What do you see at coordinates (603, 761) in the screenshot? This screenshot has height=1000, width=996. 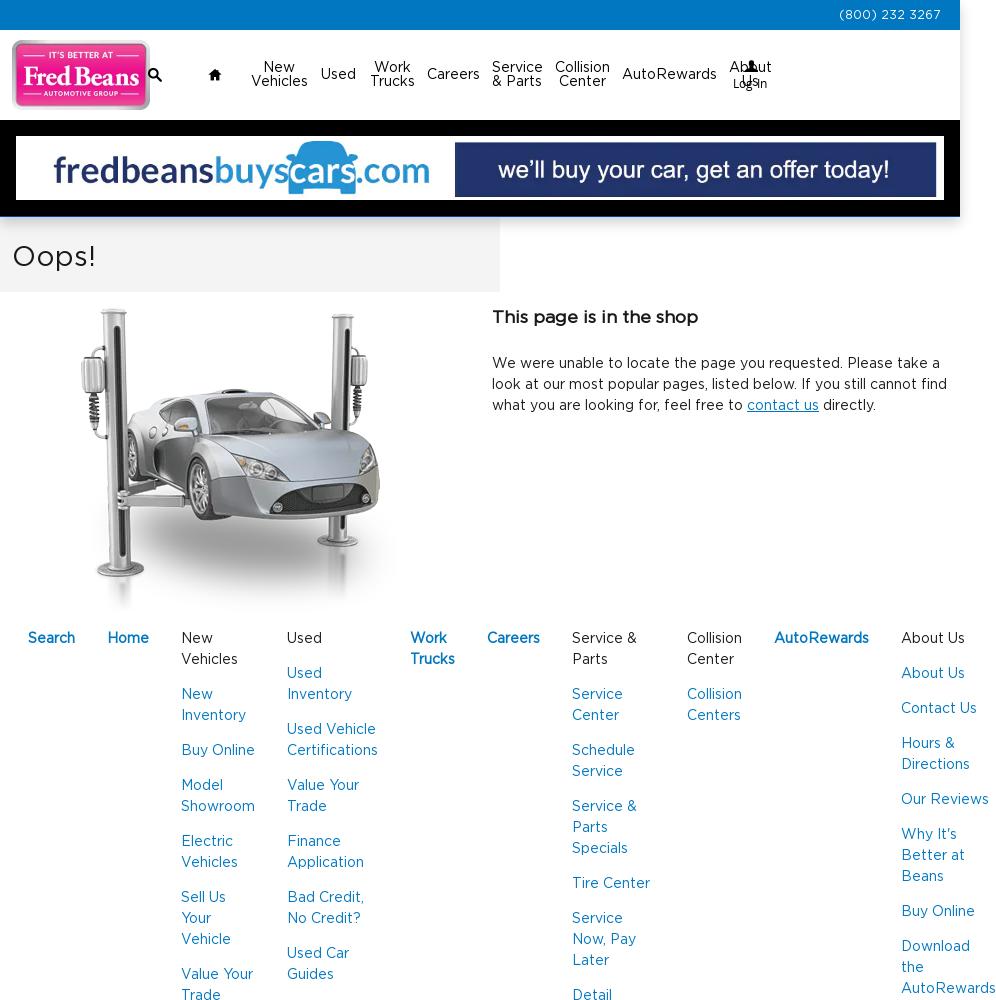 I see `'Schedule Service'` at bounding box center [603, 761].